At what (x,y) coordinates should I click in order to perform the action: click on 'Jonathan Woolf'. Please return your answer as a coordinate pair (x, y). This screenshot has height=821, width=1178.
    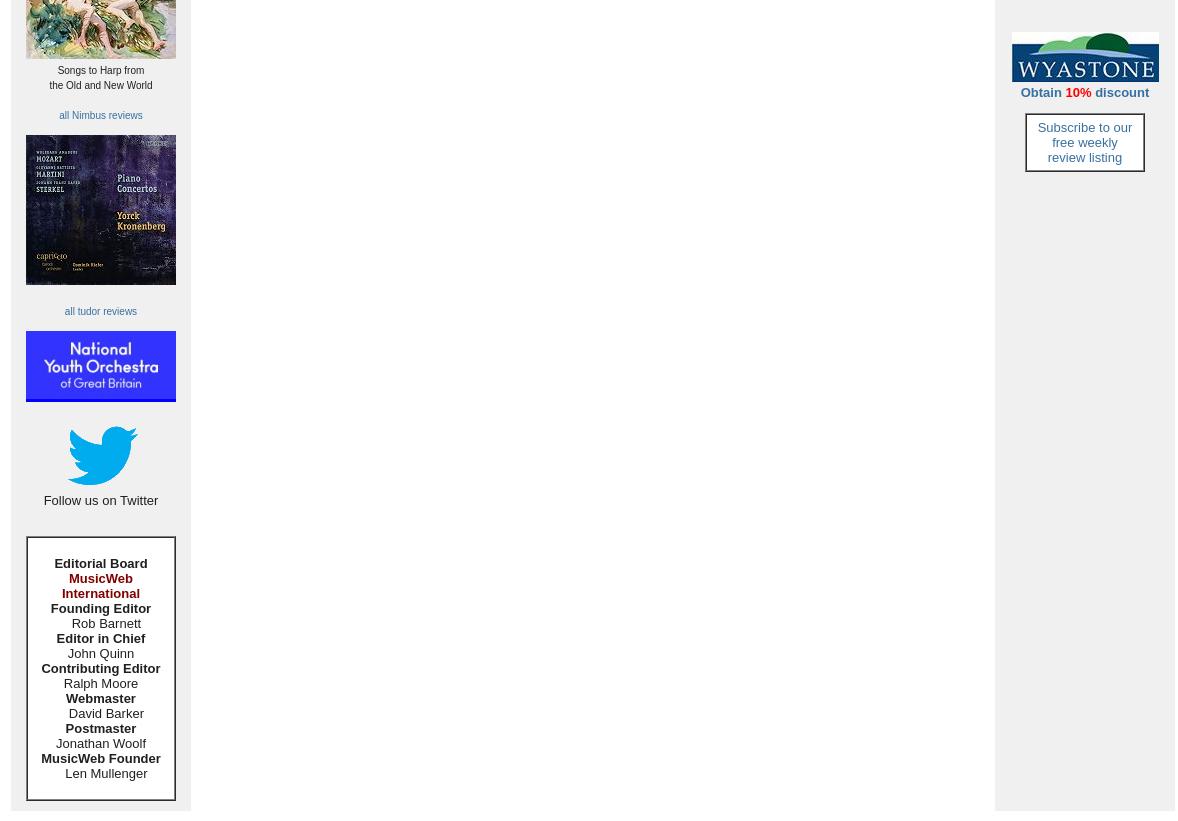
    Looking at the image, I should click on (99, 741).